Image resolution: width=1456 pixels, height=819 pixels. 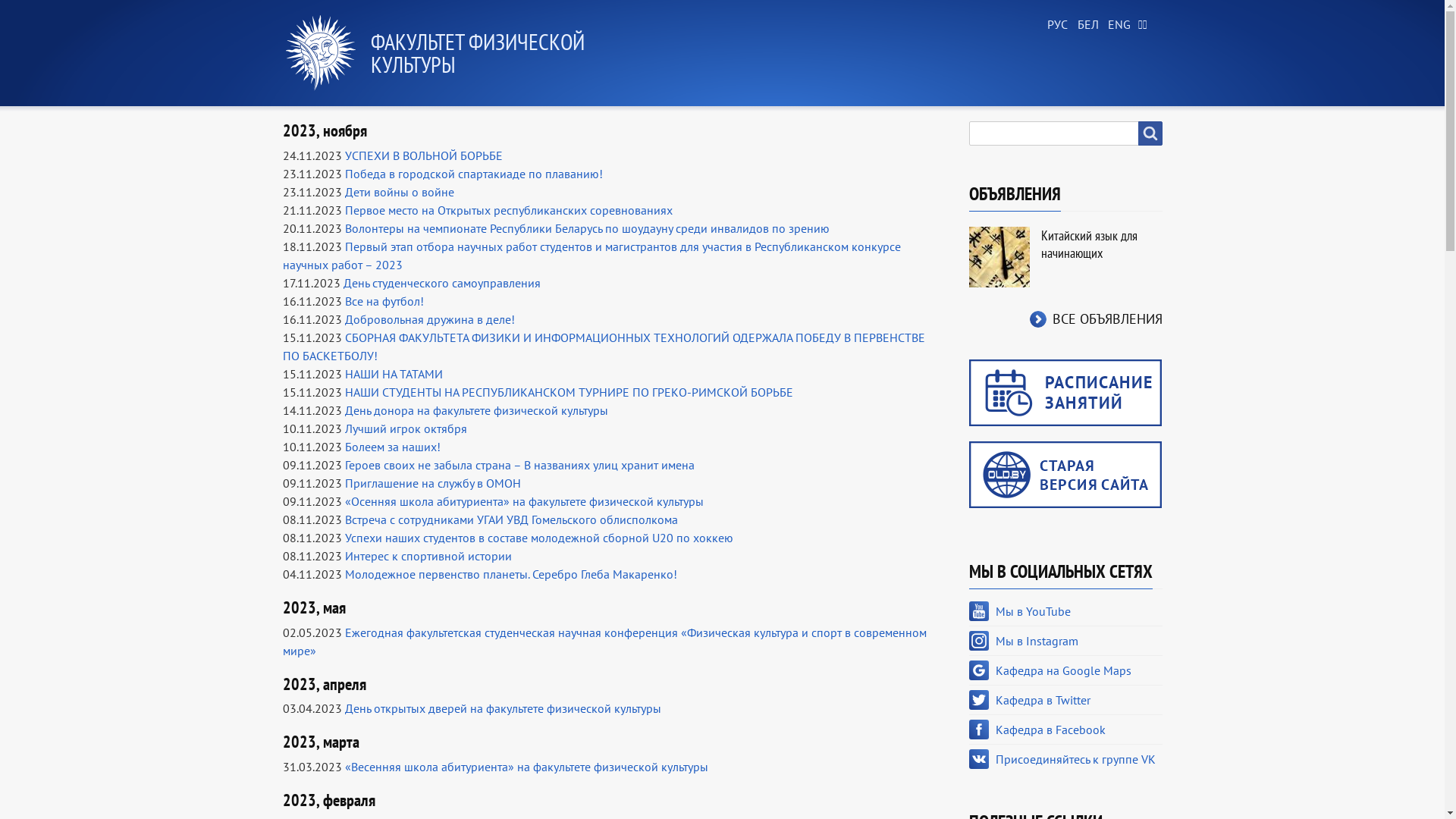 What do you see at coordinates (1150, 133) in the screenshot?
I see `'Search'` at bounding box center [1150, 133].